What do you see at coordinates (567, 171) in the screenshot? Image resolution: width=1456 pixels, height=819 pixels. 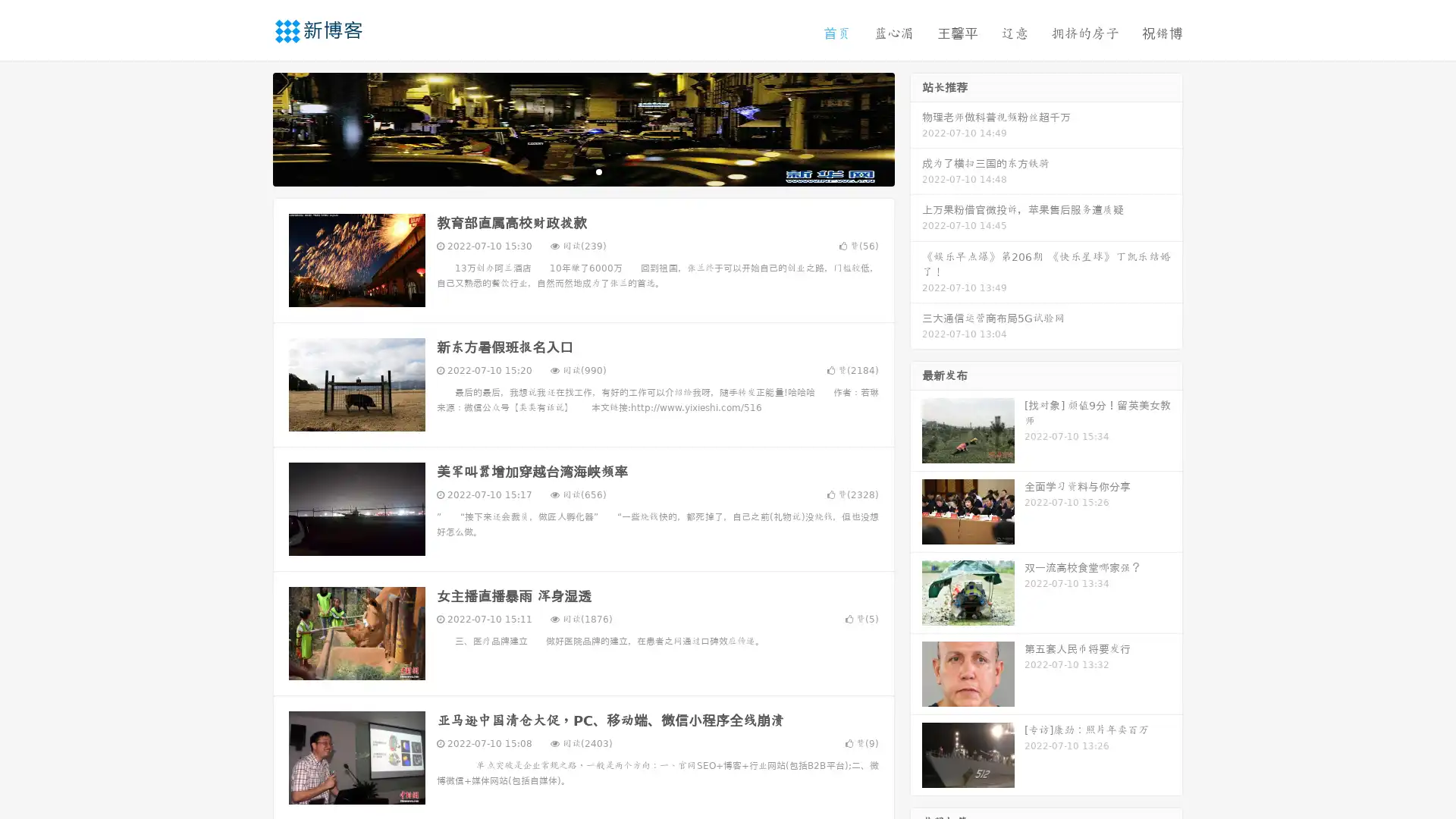 I see `Go to slide 1` at bounding box center [567, 171].